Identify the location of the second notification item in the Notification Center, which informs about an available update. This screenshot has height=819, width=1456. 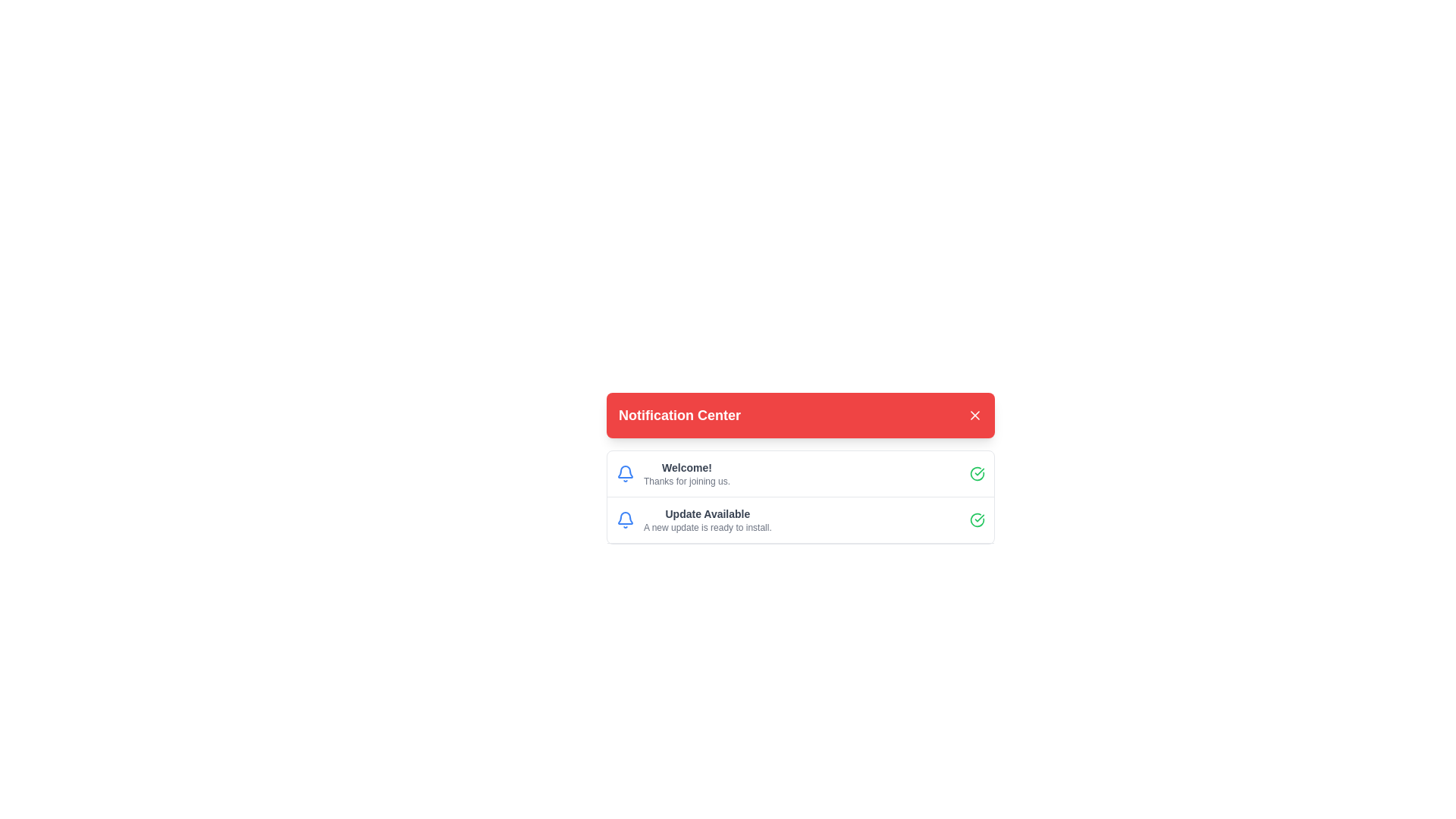
(800, 519).